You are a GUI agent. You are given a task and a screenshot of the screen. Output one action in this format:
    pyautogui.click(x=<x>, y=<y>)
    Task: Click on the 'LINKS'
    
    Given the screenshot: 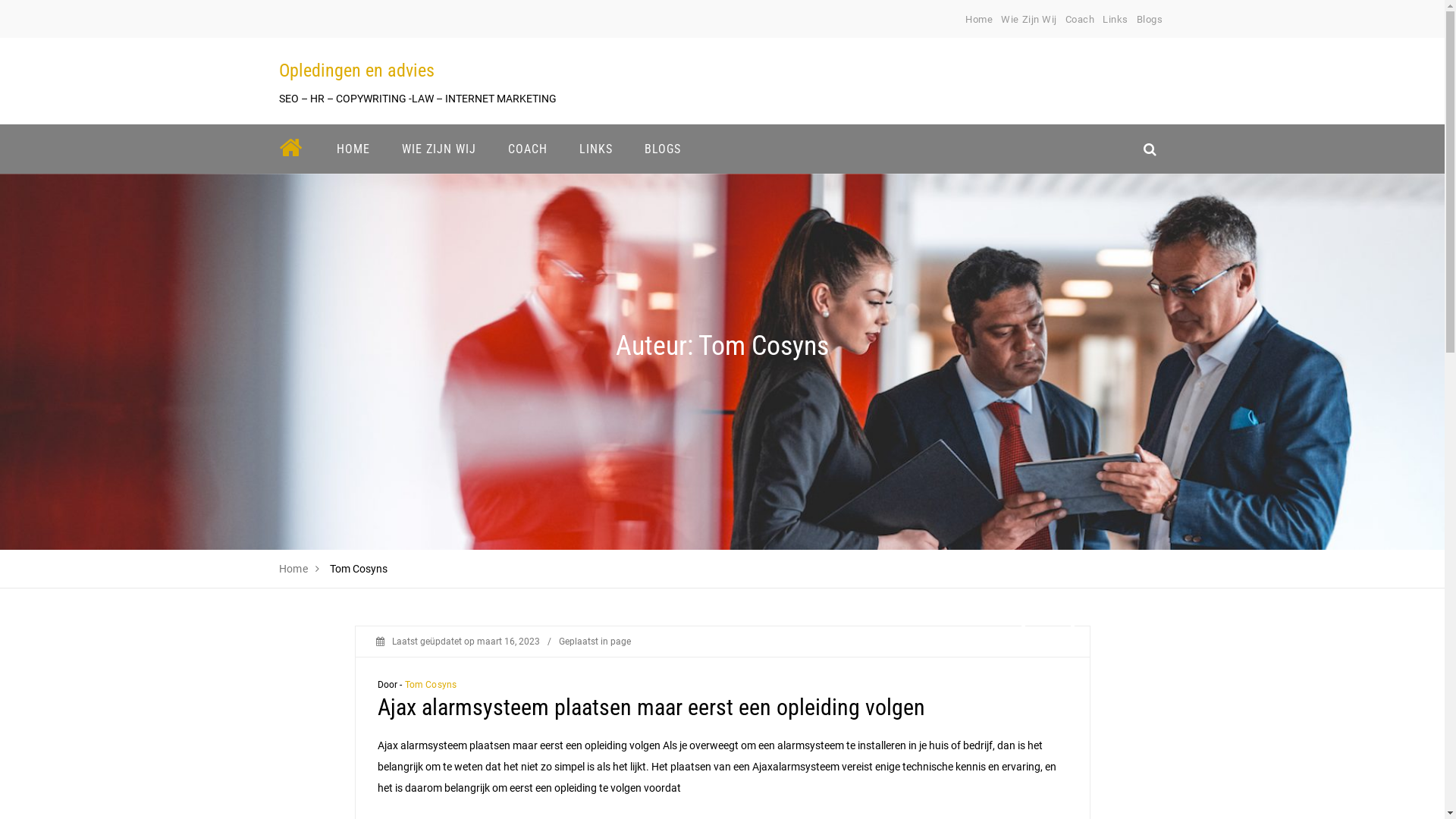 What is the action you would take?
    pyautogui.click(x=595, y=149)
    